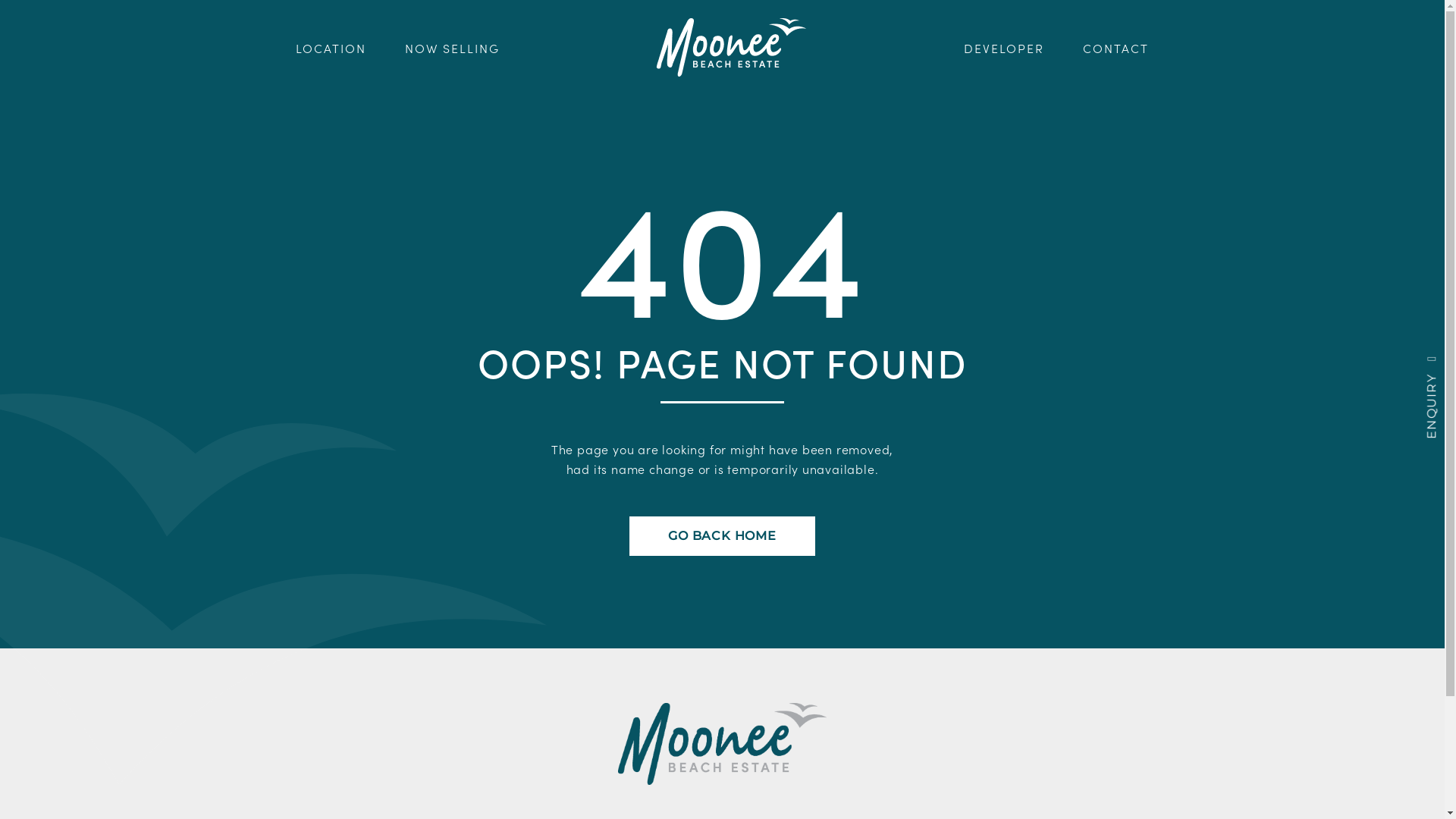 This screenshot has width=1456, height=819. What do you see at coordinates (404, 45) in the screenshot?
I see `'NOW SELLING'` at bounding box center [404, 45].